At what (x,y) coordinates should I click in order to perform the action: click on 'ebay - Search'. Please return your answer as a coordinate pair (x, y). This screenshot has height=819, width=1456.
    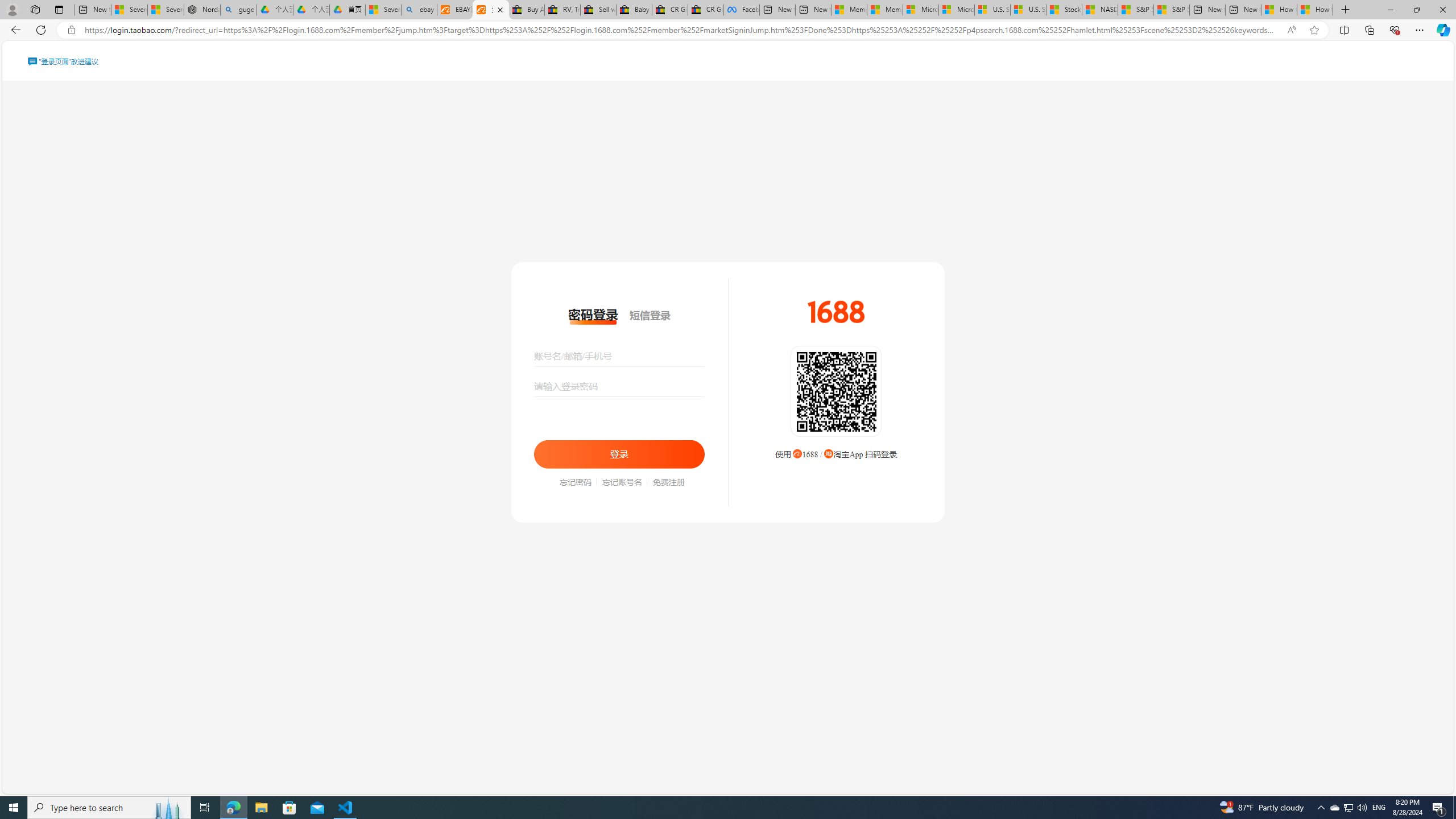
    Looking at the image, I should click on (419, 9).